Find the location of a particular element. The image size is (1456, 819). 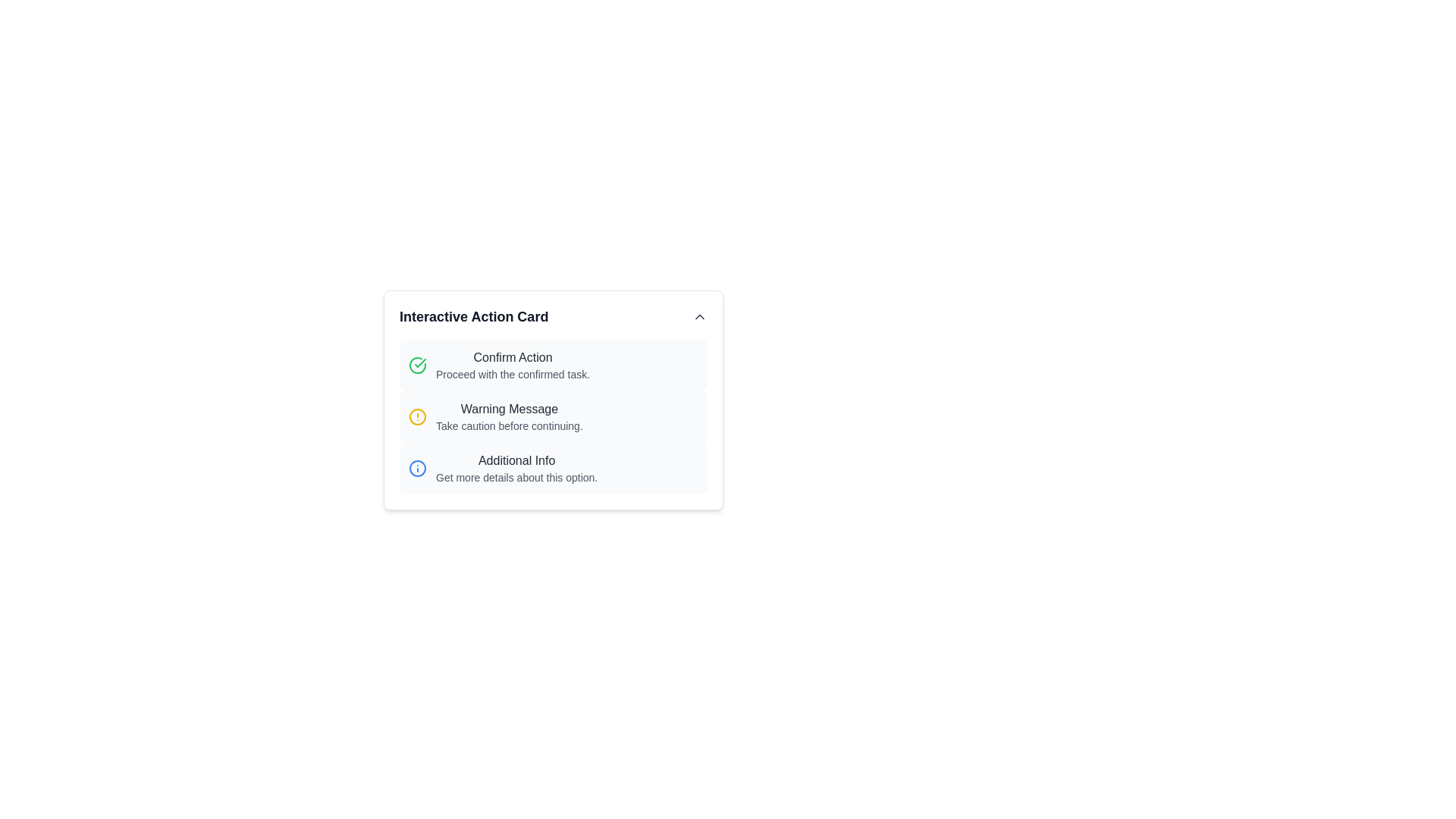

the graphical style of the circular component that forms the outer boundary of the checkmark icon, which is styled with a green color theme indicating success or confirmation is located at coordinates (418, 366).